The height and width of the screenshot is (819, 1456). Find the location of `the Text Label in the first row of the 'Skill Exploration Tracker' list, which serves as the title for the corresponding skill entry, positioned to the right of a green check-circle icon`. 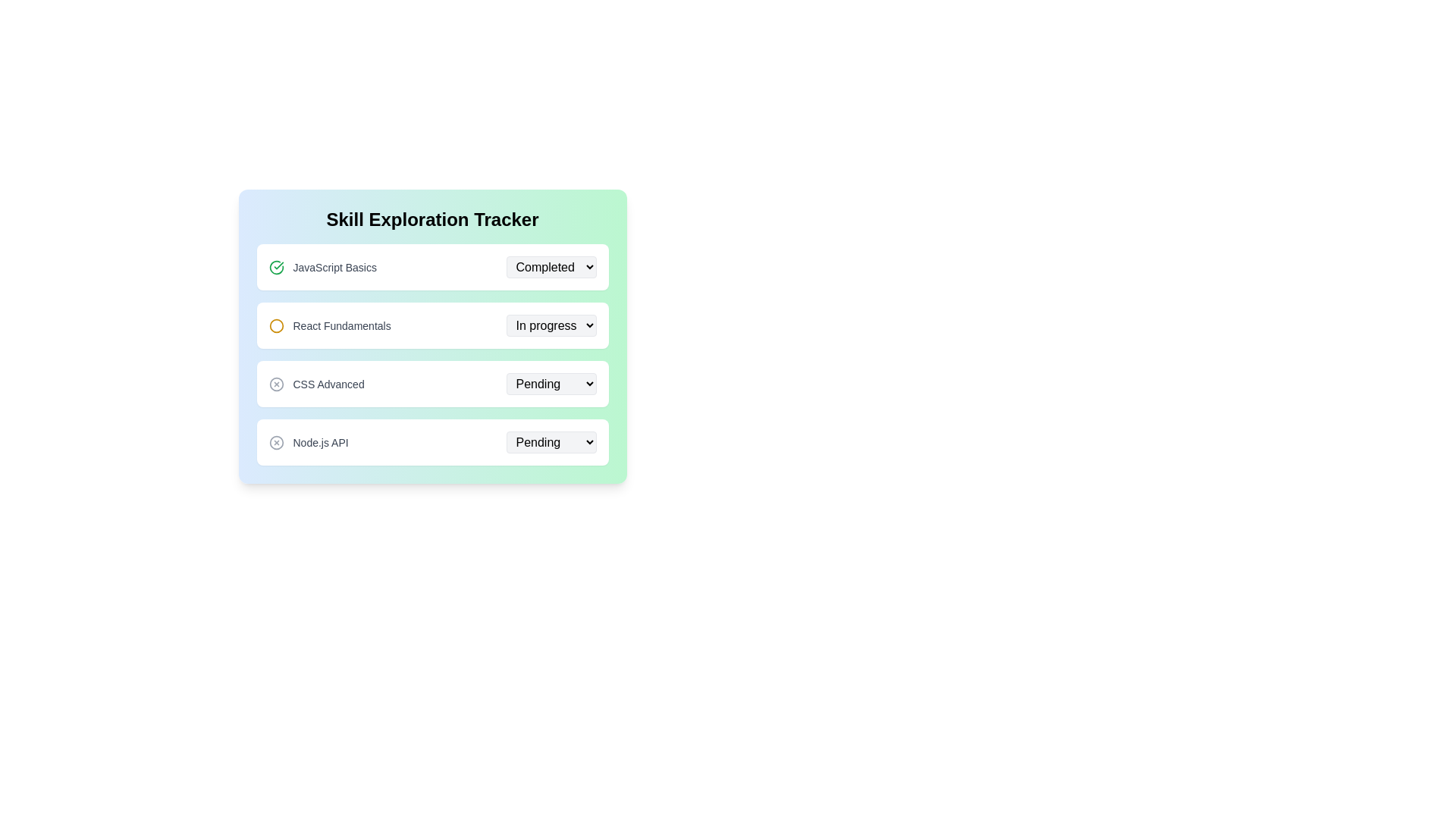

the Text Label in the first row of the 'Skill Exploration Tracker' list, which serves as the title for the corresponding skill entry, positioned to the right of a green check-circle icon is located at coordinates (334, 266).